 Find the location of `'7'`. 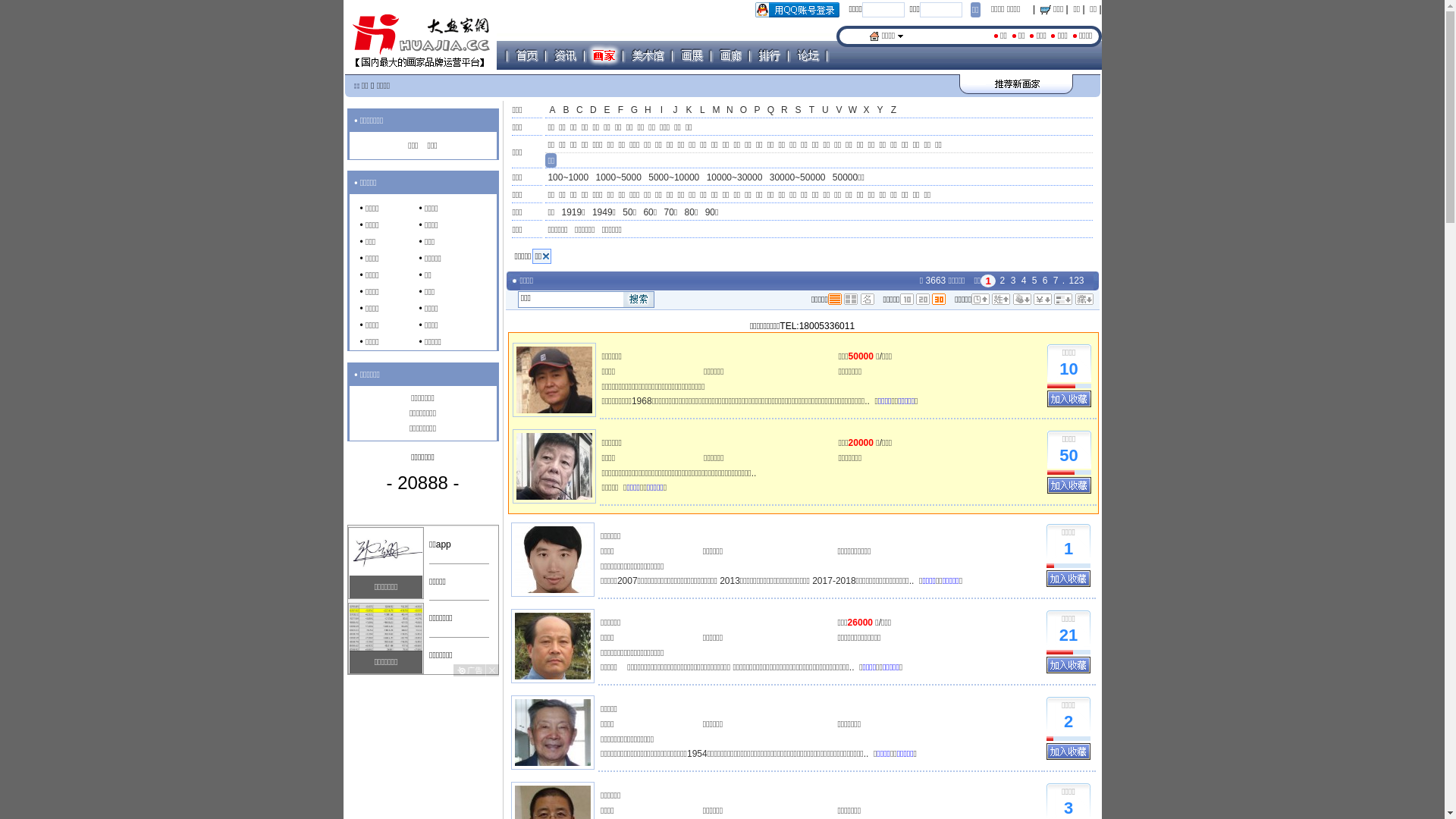

'7' is located at coordinates (1051, 281).